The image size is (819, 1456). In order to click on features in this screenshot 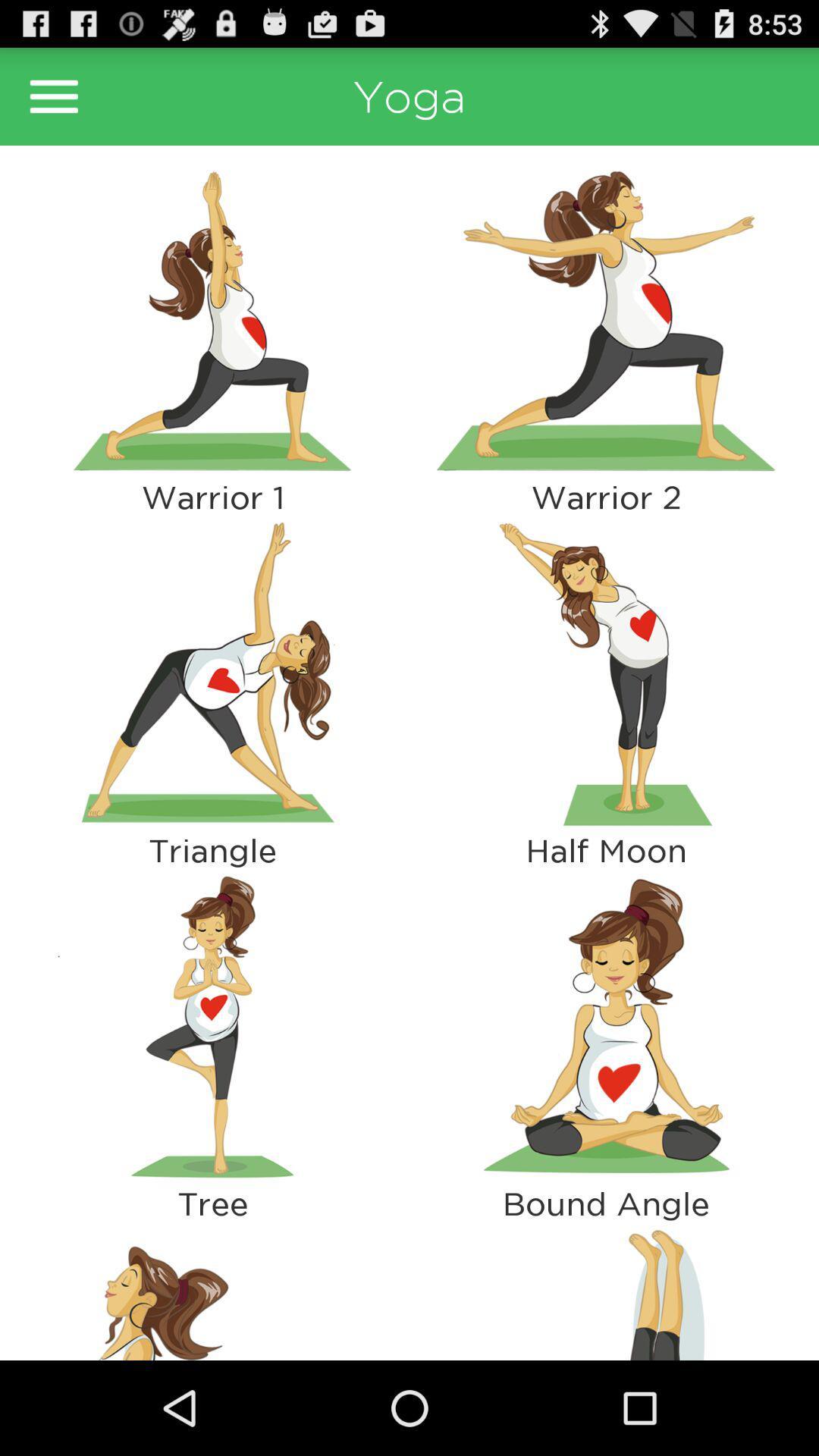, I will do `click(53, 96)`.